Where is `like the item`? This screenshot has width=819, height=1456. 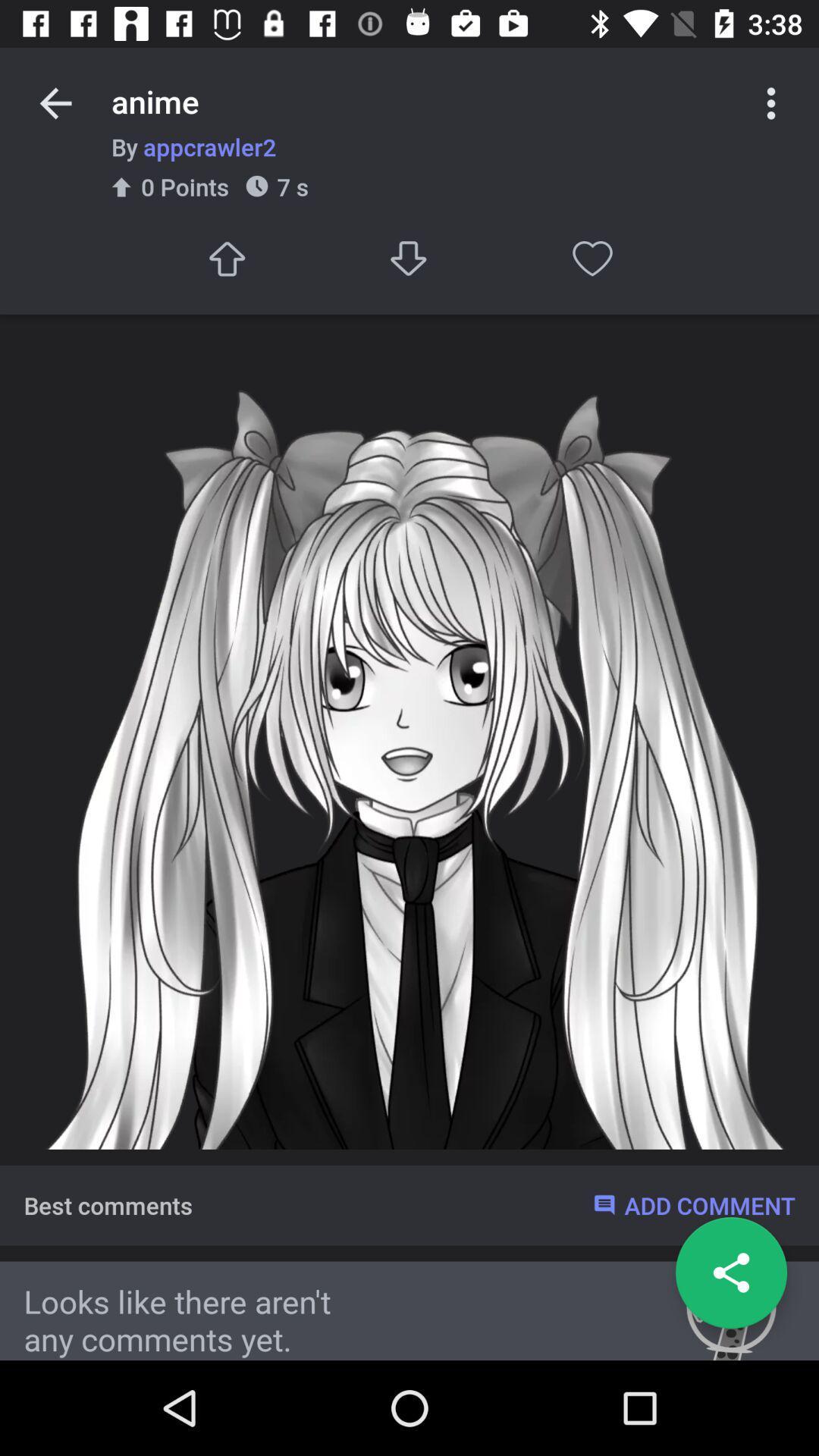 like the item is located at coordinates (591, 259).